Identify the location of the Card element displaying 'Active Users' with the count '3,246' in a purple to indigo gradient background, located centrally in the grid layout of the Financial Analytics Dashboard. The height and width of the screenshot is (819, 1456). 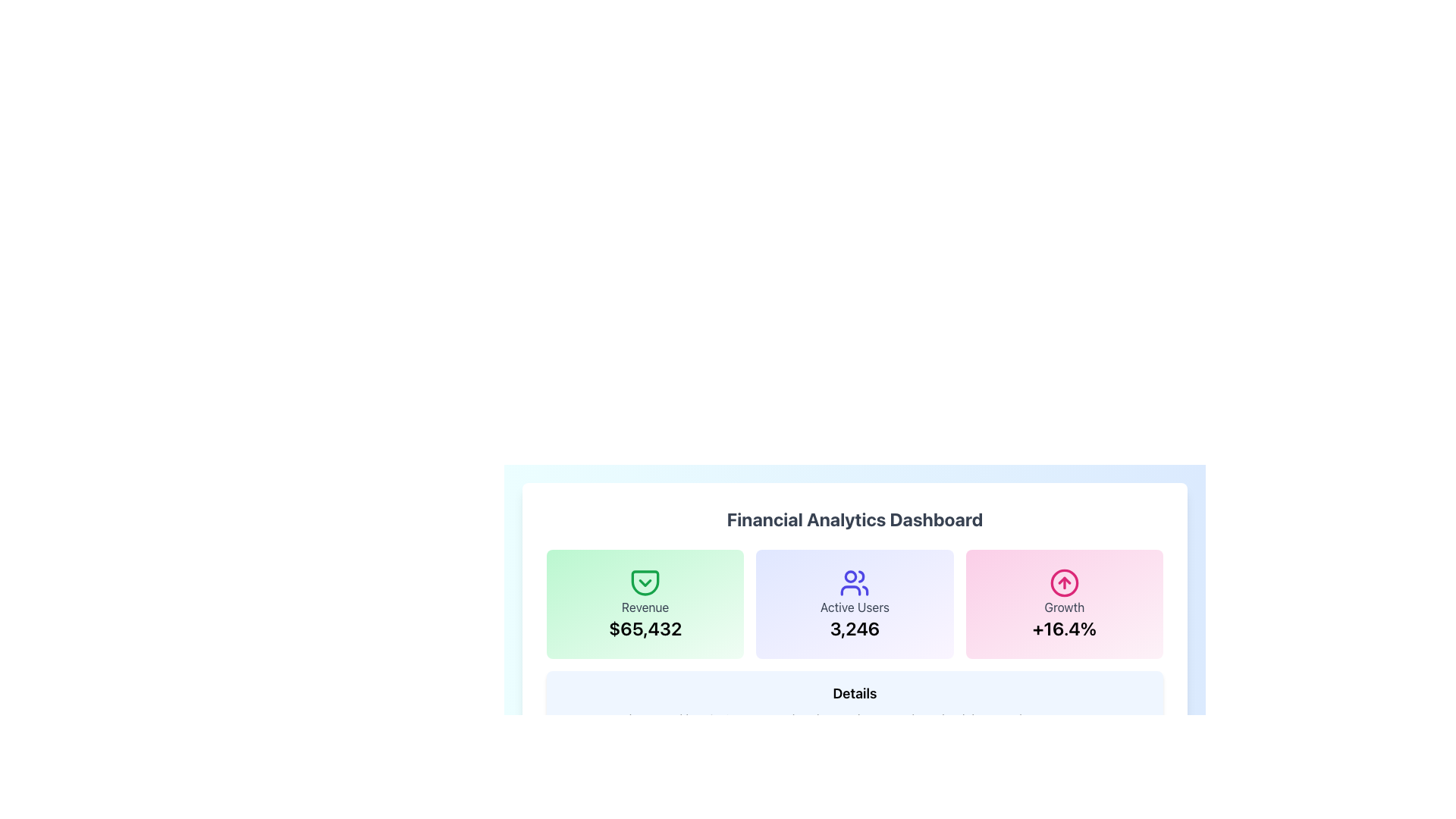
(855, 604).